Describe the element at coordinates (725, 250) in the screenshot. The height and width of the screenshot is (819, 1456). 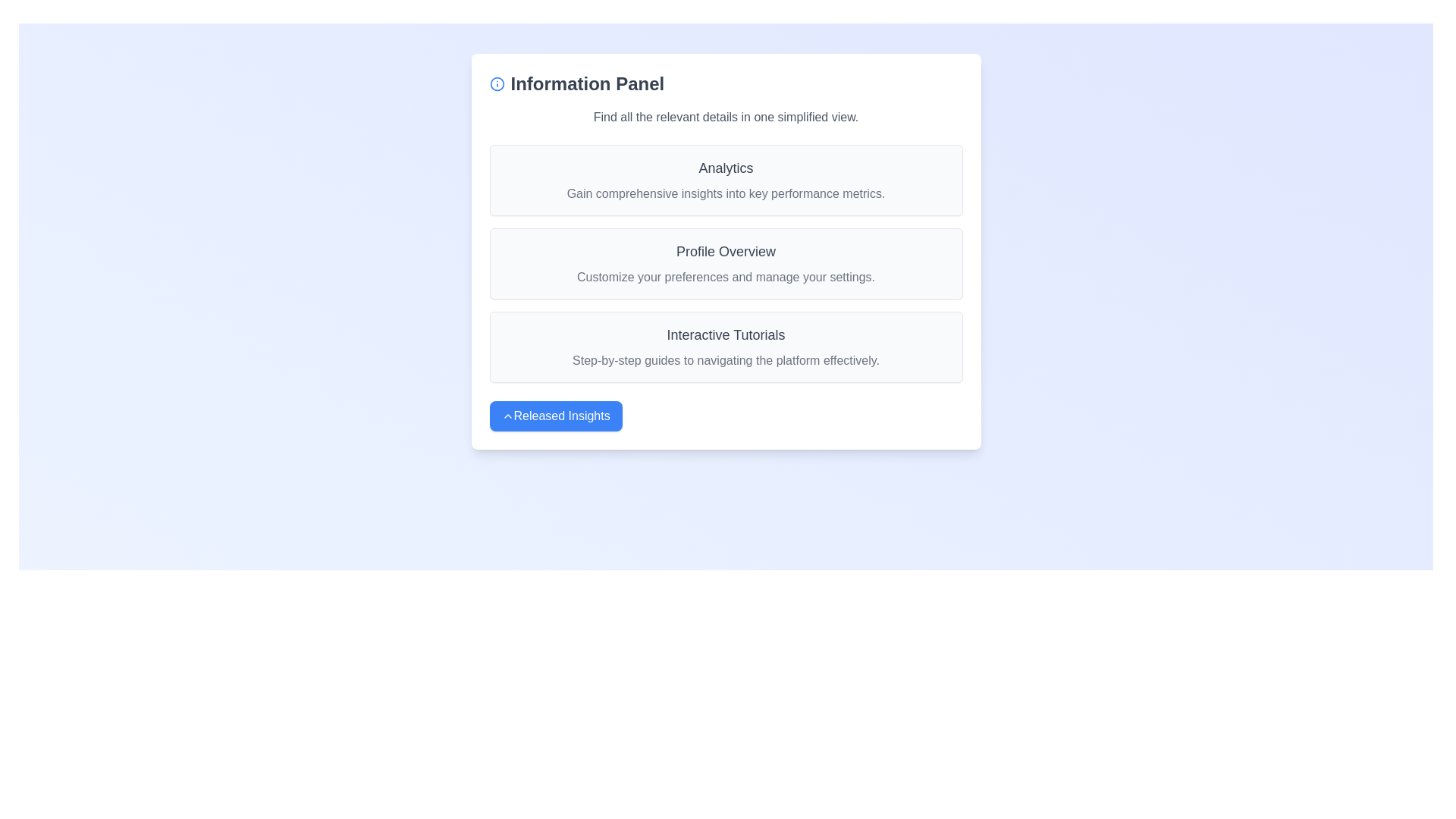
I see `the interactive sections within the Informational Card titled 'Information Panel', which is a card-like component with a white background and rounded corners, located below the top bar and above the 'Released Insights' button` at that location.